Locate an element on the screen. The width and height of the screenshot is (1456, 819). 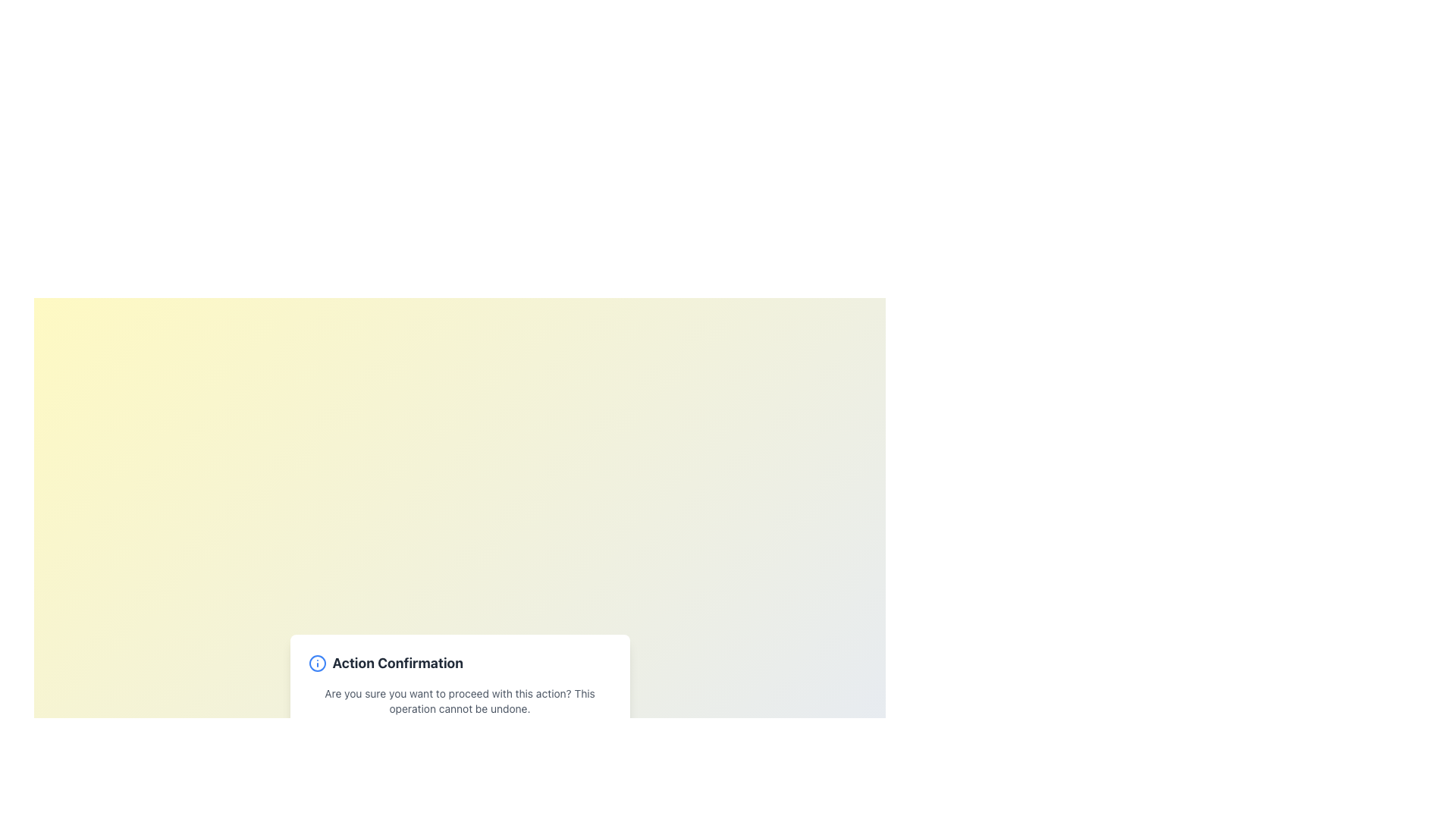
the Text block providing additional information or warning regarding an irreversible action, located below the 'Action Confirmation' title and above the 'Cancel' and 'Confirm' buttons is located at coordinates (459, 701).